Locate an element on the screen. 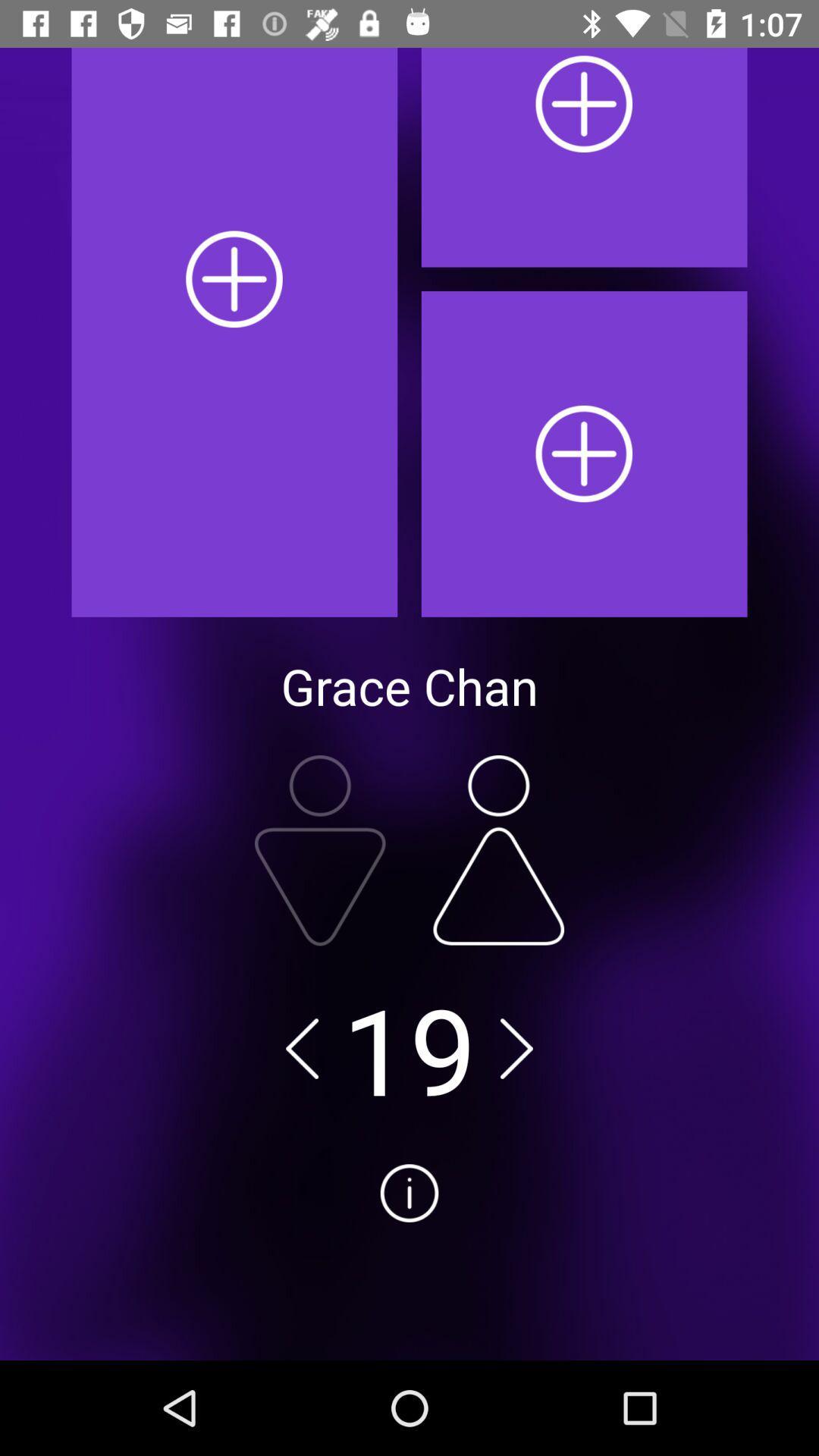 The image size is (819, 1456). go back is located at coordinates (302, 1047).